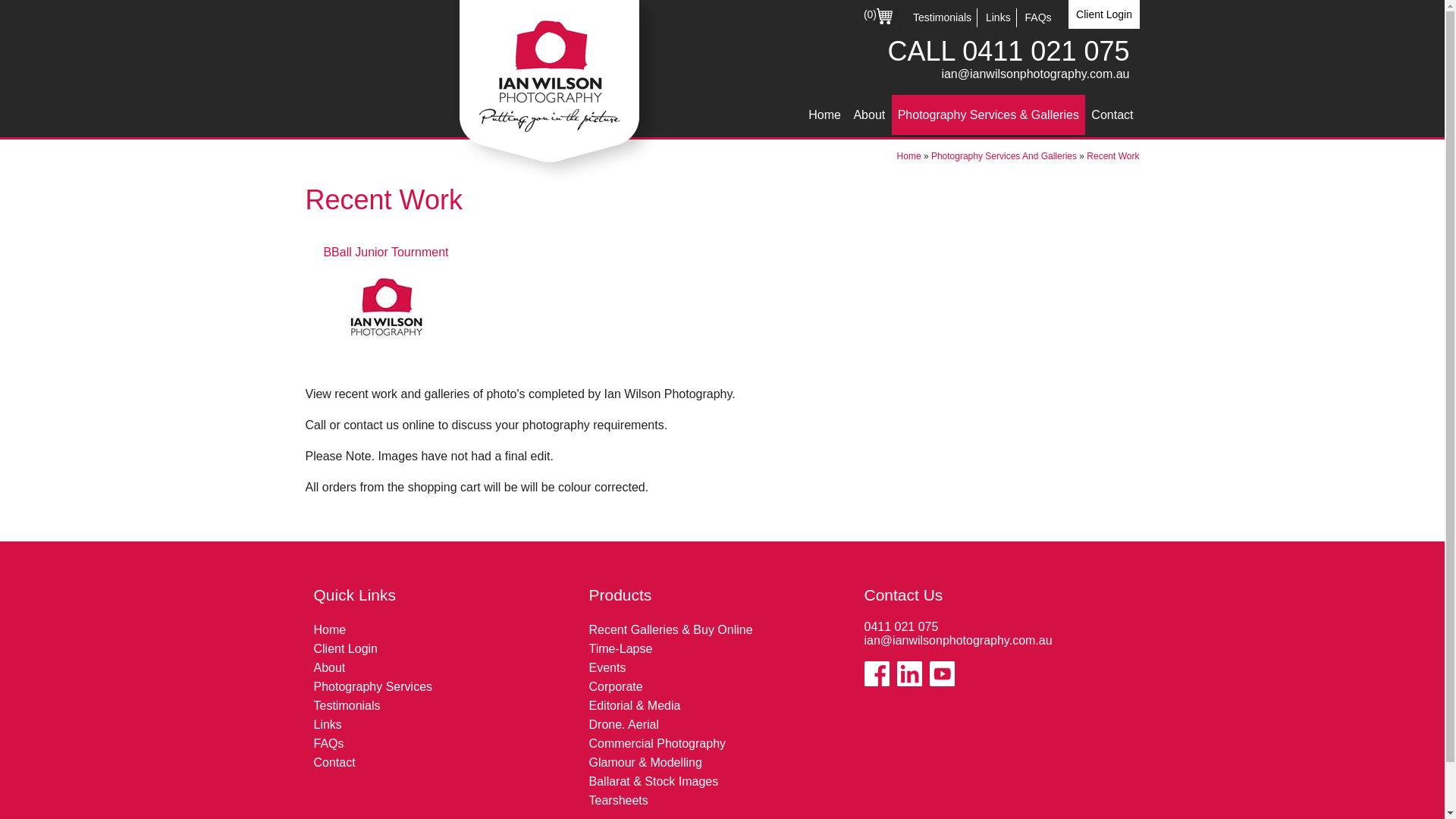 This screenshot has width=1456, height=819. What do you see at coordinates (588, 667) in the screenshot?
I see `'Events'` at bounding box center [588, 667].